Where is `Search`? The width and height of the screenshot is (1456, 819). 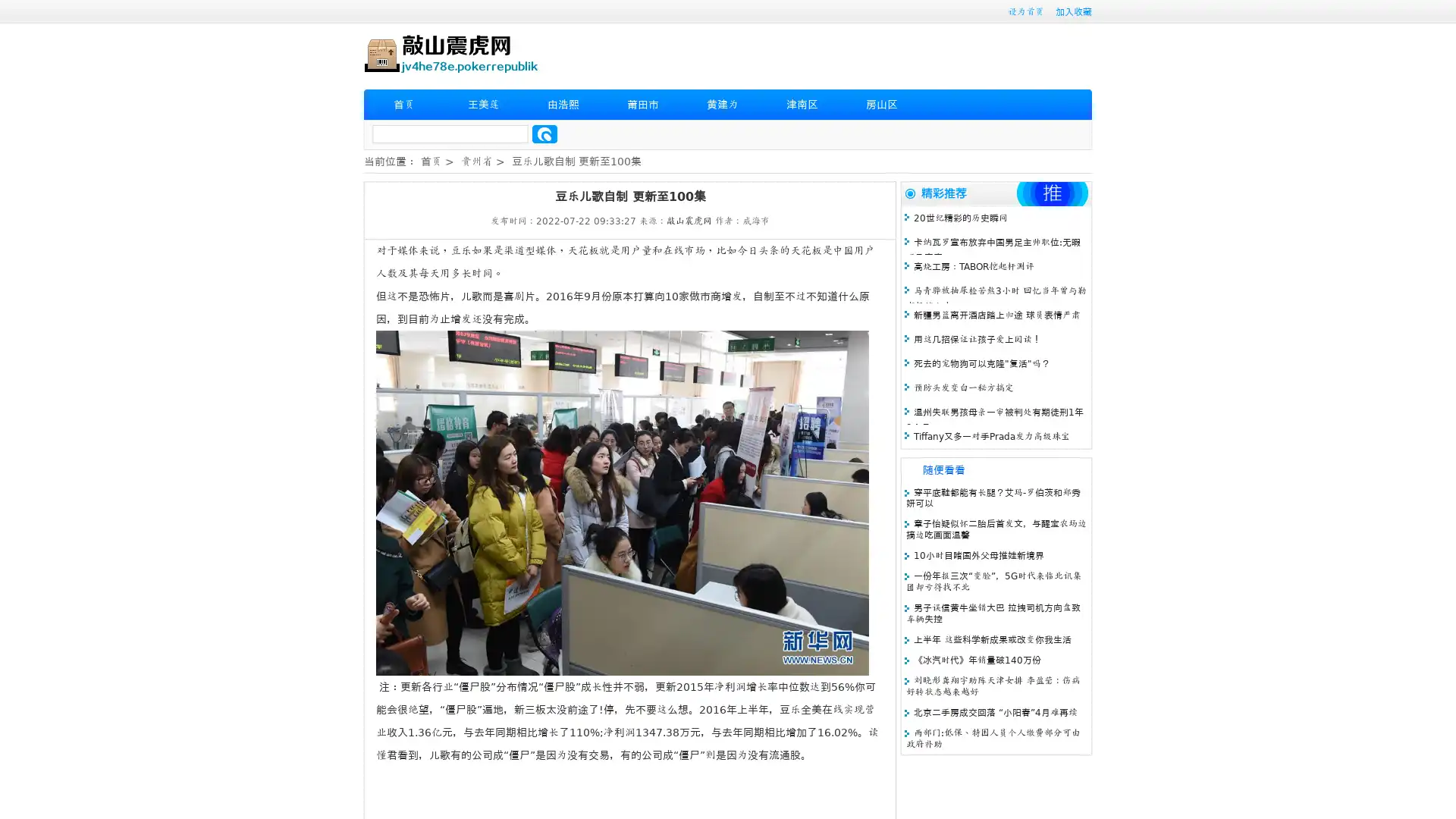 Search is located at coordinates (544, 133).